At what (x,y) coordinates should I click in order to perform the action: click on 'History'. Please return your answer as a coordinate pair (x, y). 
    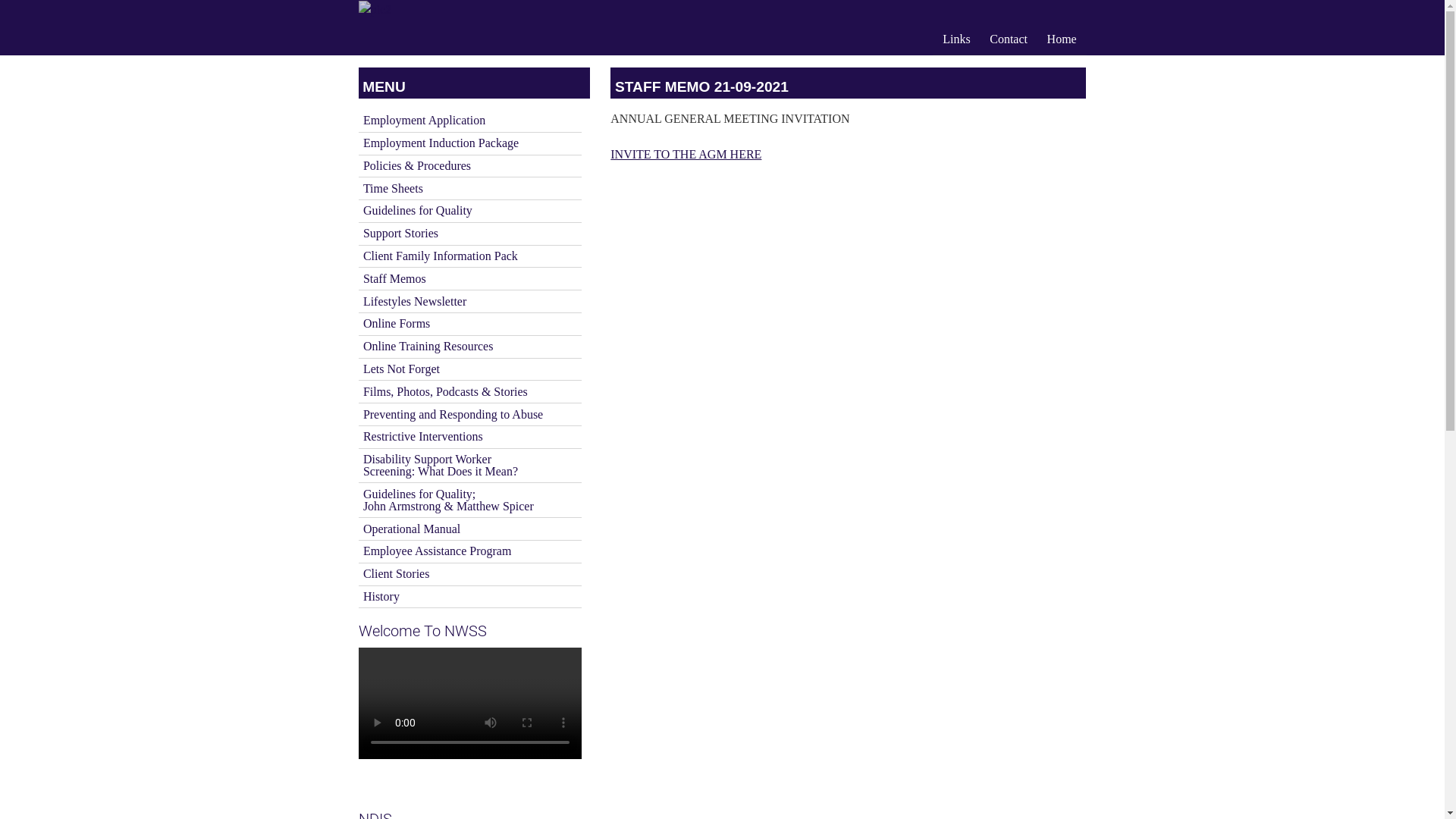
    Looking at the image, I should click on (469, 596).